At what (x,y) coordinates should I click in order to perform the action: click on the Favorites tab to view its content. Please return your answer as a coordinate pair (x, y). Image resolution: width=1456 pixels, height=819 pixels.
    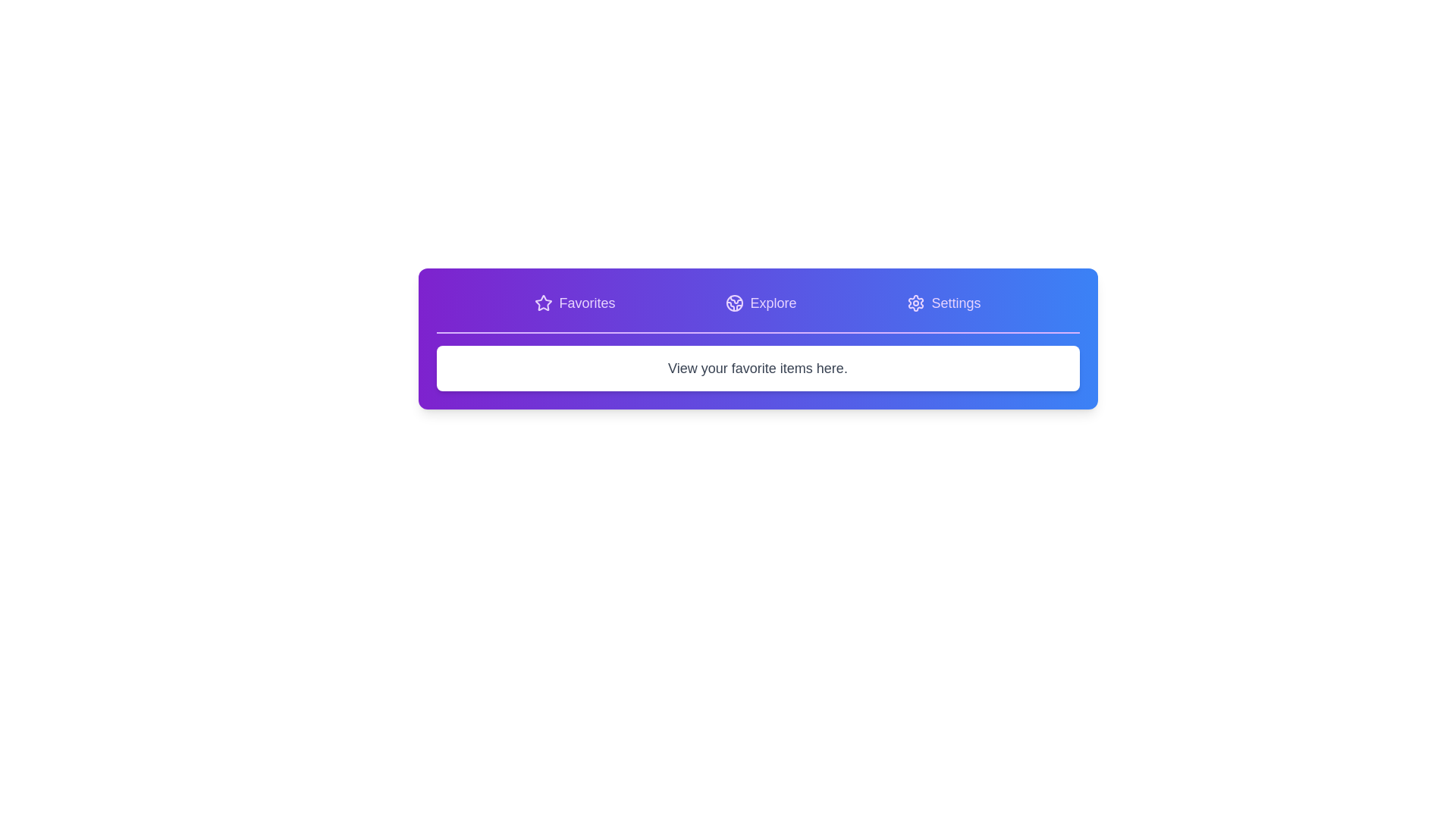
    Looking at the image, I should click on (574, 303).